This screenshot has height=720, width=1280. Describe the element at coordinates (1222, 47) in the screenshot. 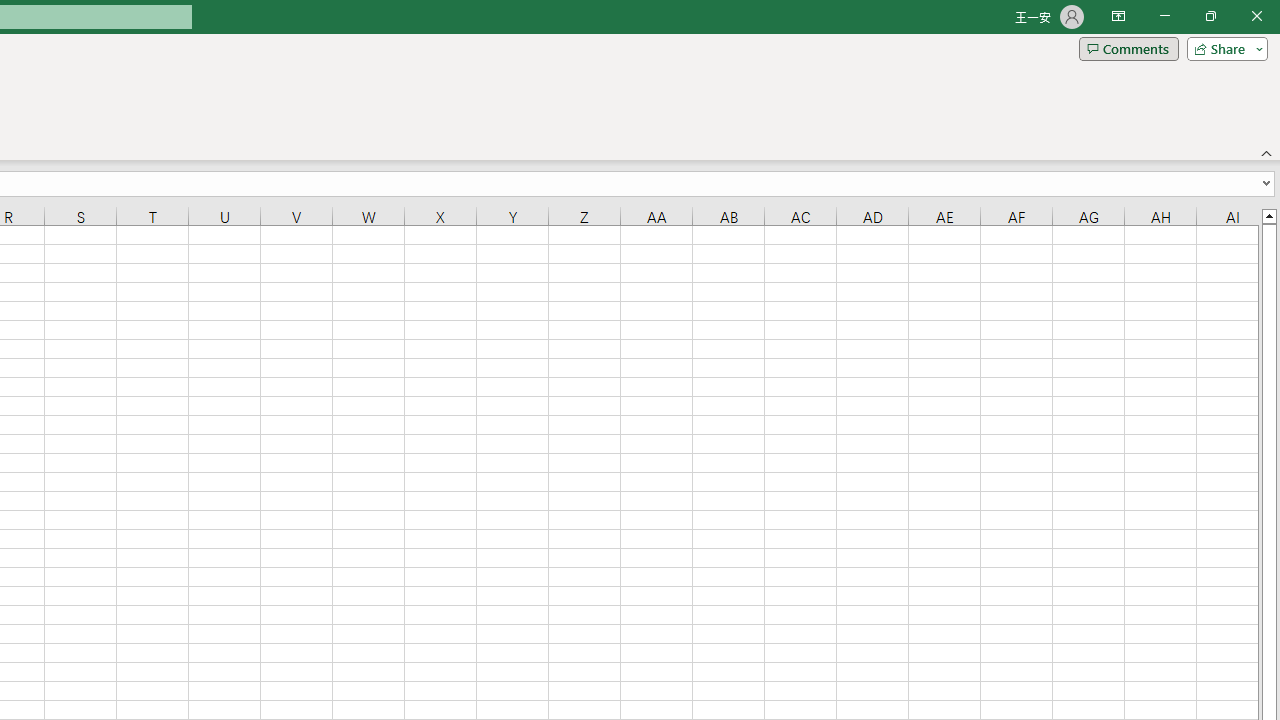

I see `'Share'` at that location.